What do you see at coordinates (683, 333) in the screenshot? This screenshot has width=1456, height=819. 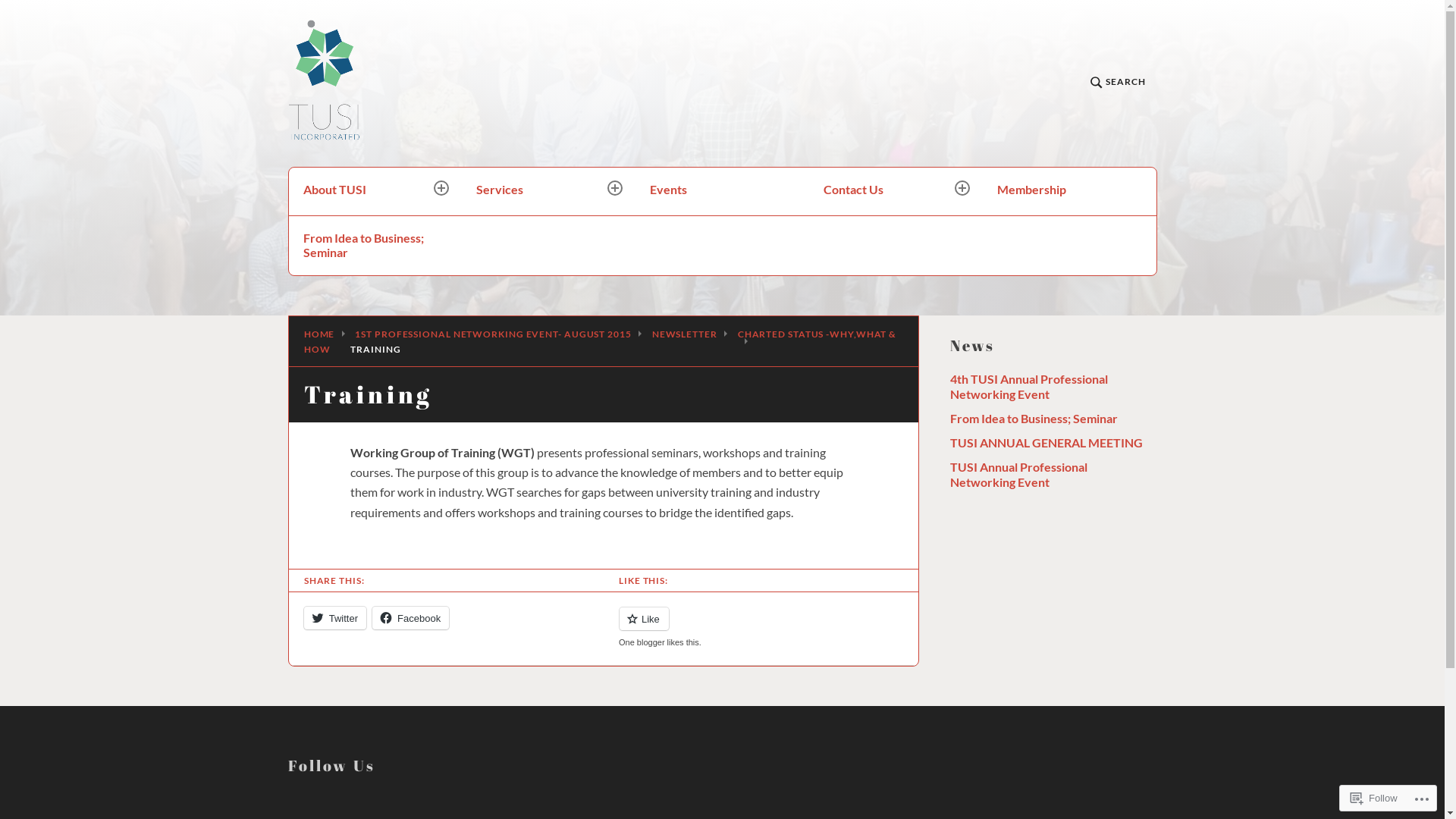 I see `'NEWSLETTER'` at bounding box center [683, 333].